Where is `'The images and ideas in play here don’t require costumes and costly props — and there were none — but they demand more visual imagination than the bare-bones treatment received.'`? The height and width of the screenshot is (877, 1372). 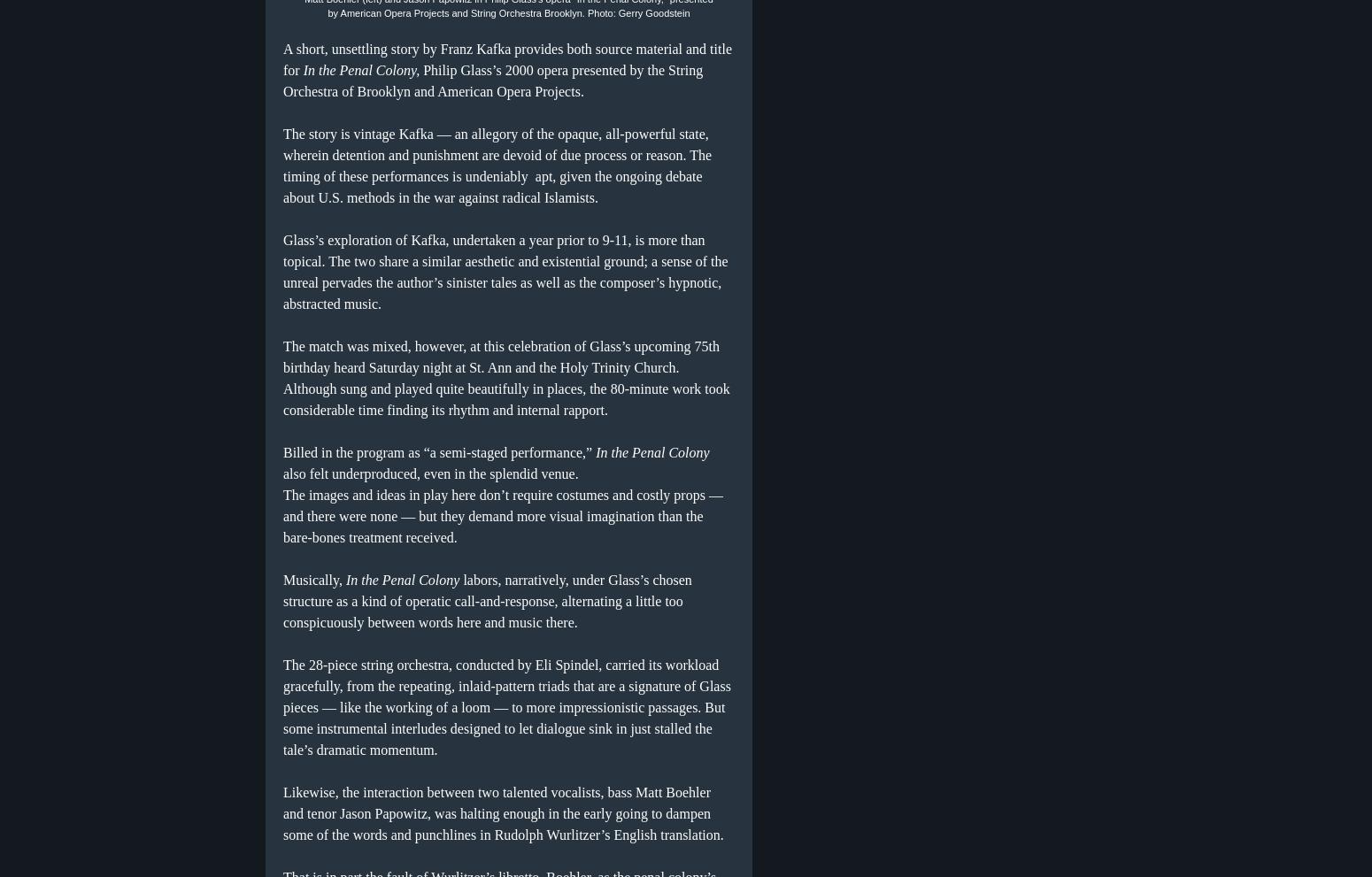
'The images and ideas in play here don’t require costumes and costly props — and there were none — but they demand more visual imagination than the bare-bones treatment received.' is located at coordinates (503, 514).